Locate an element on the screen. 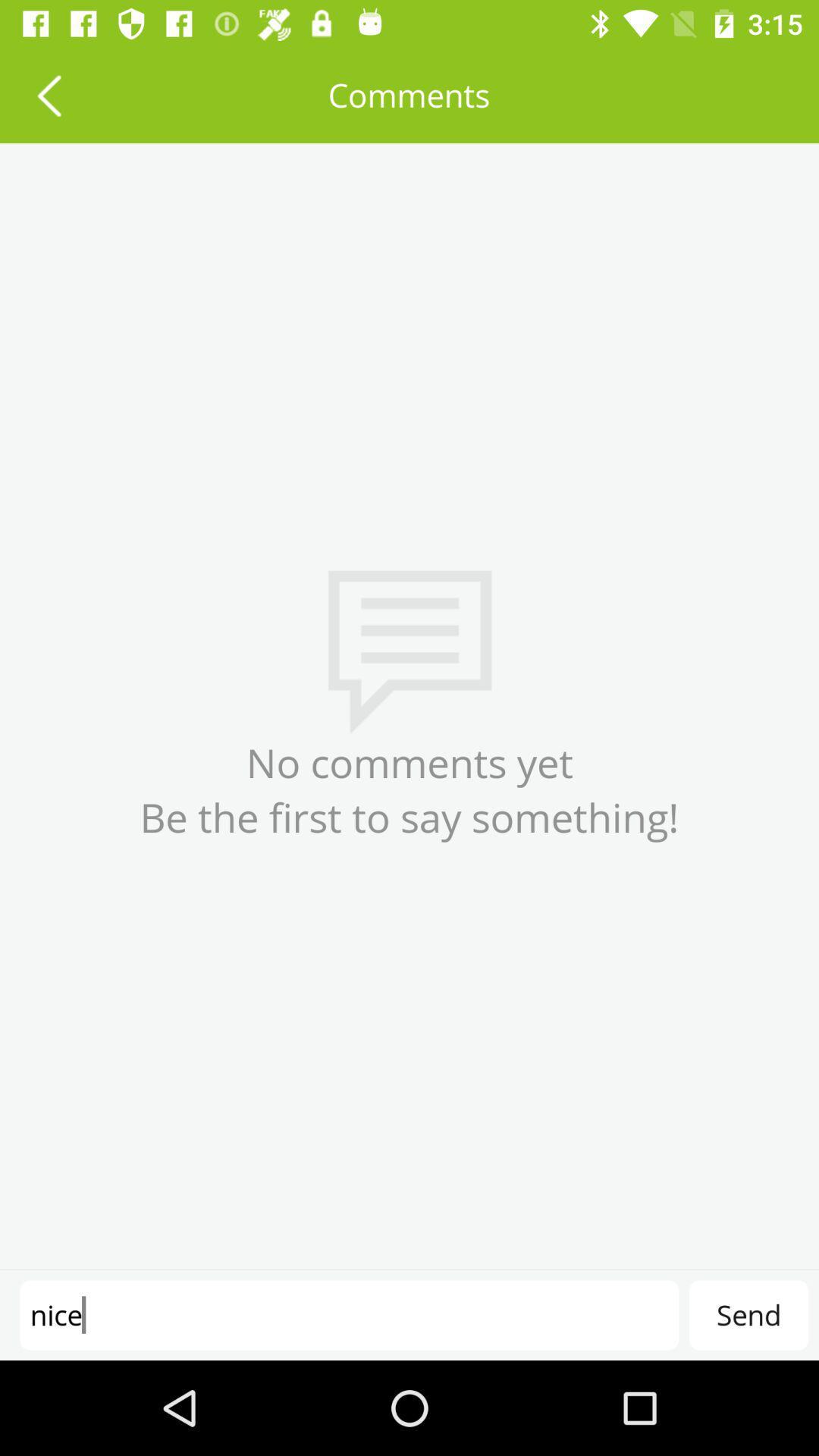  previous page is located at coordinates (48, 94).